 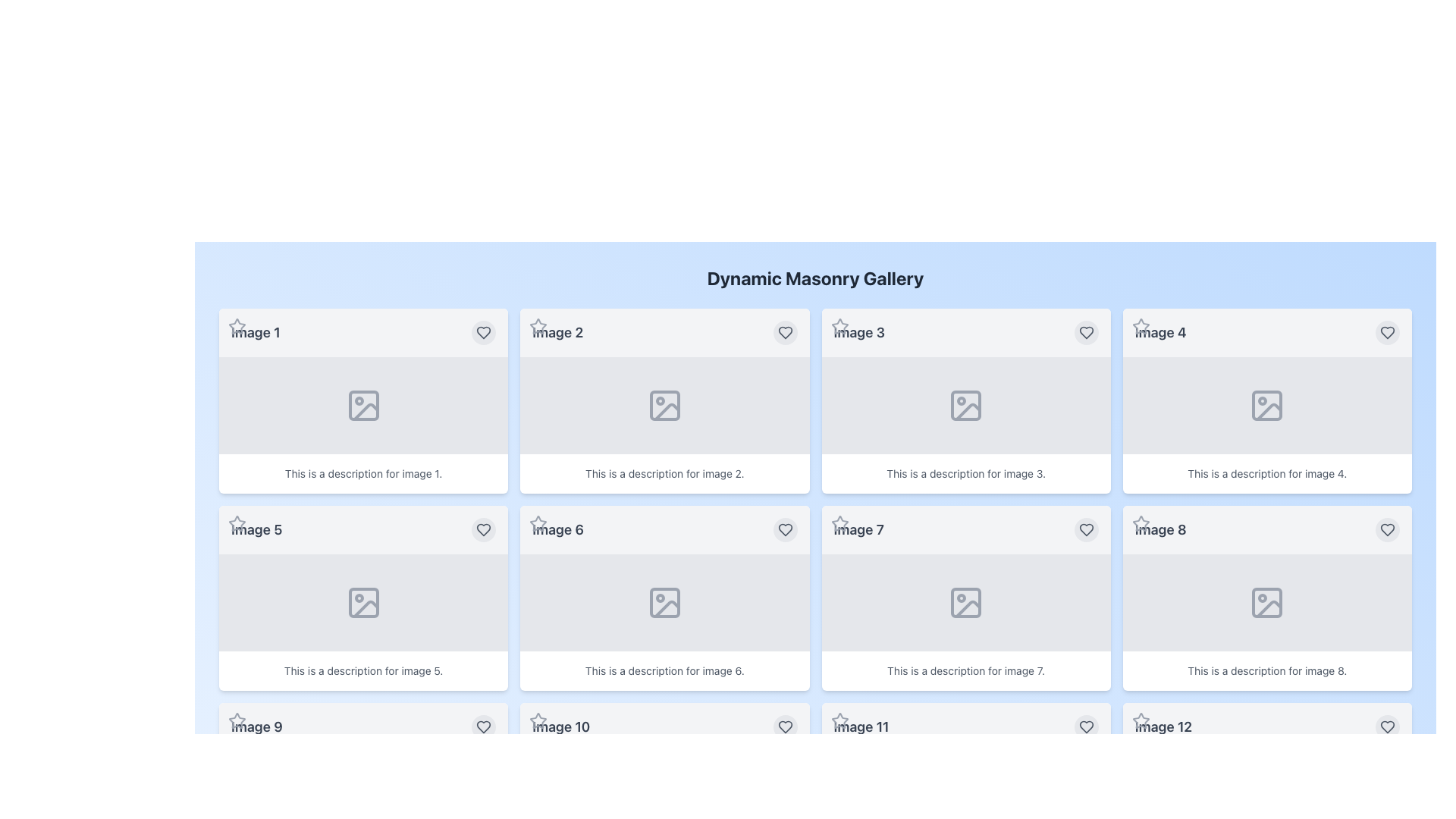 What do you see at coordinates (965, 670) in the screenshot?
I see `text segment displaying 'This is a description for image 7.' located at the bottom of the card labeled 'Image 7' in the dynamic grid gallery` at bounding box center [965, 670].